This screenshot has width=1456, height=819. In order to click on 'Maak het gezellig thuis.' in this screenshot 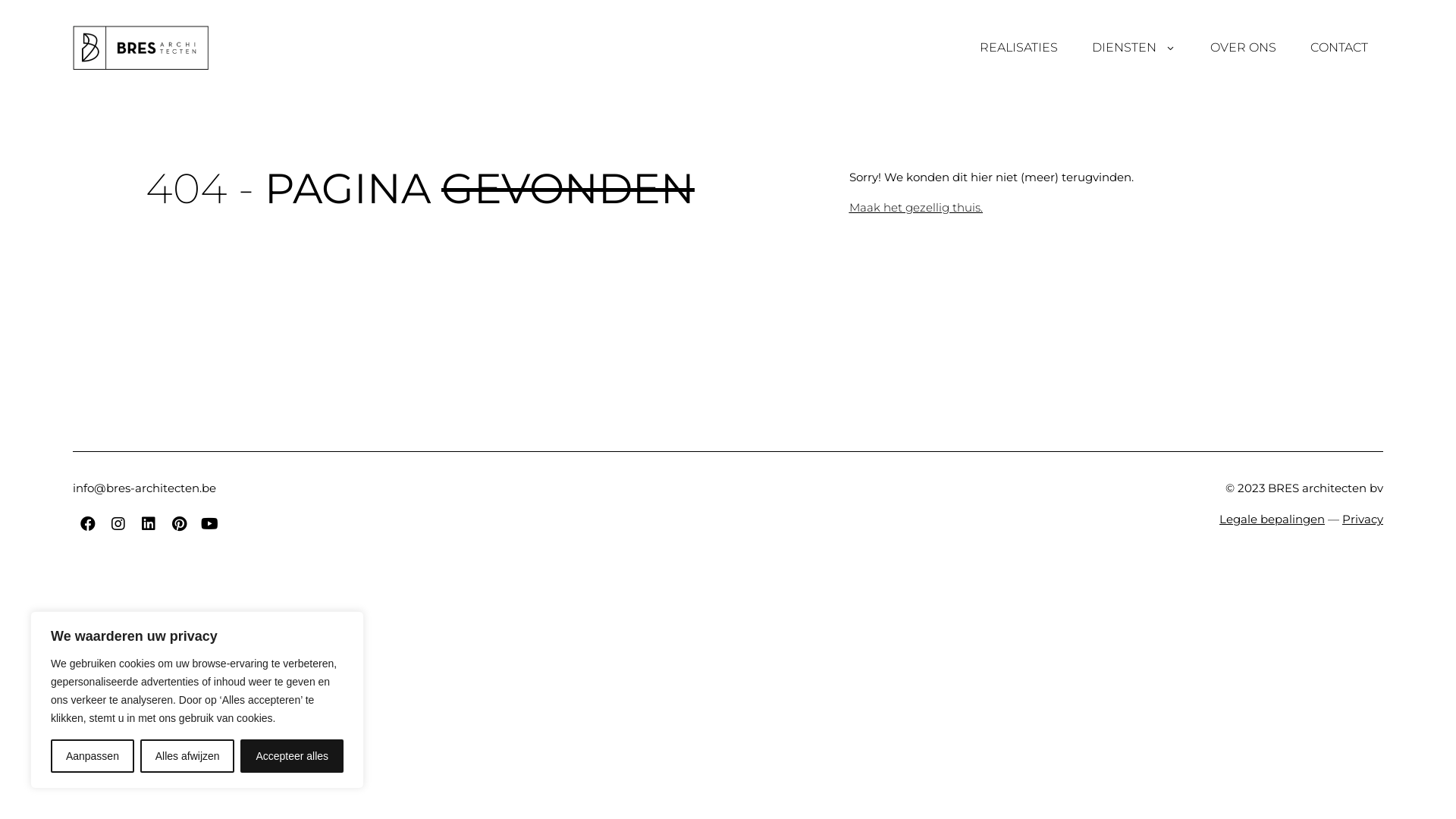, I will do `click(915, 207)`.